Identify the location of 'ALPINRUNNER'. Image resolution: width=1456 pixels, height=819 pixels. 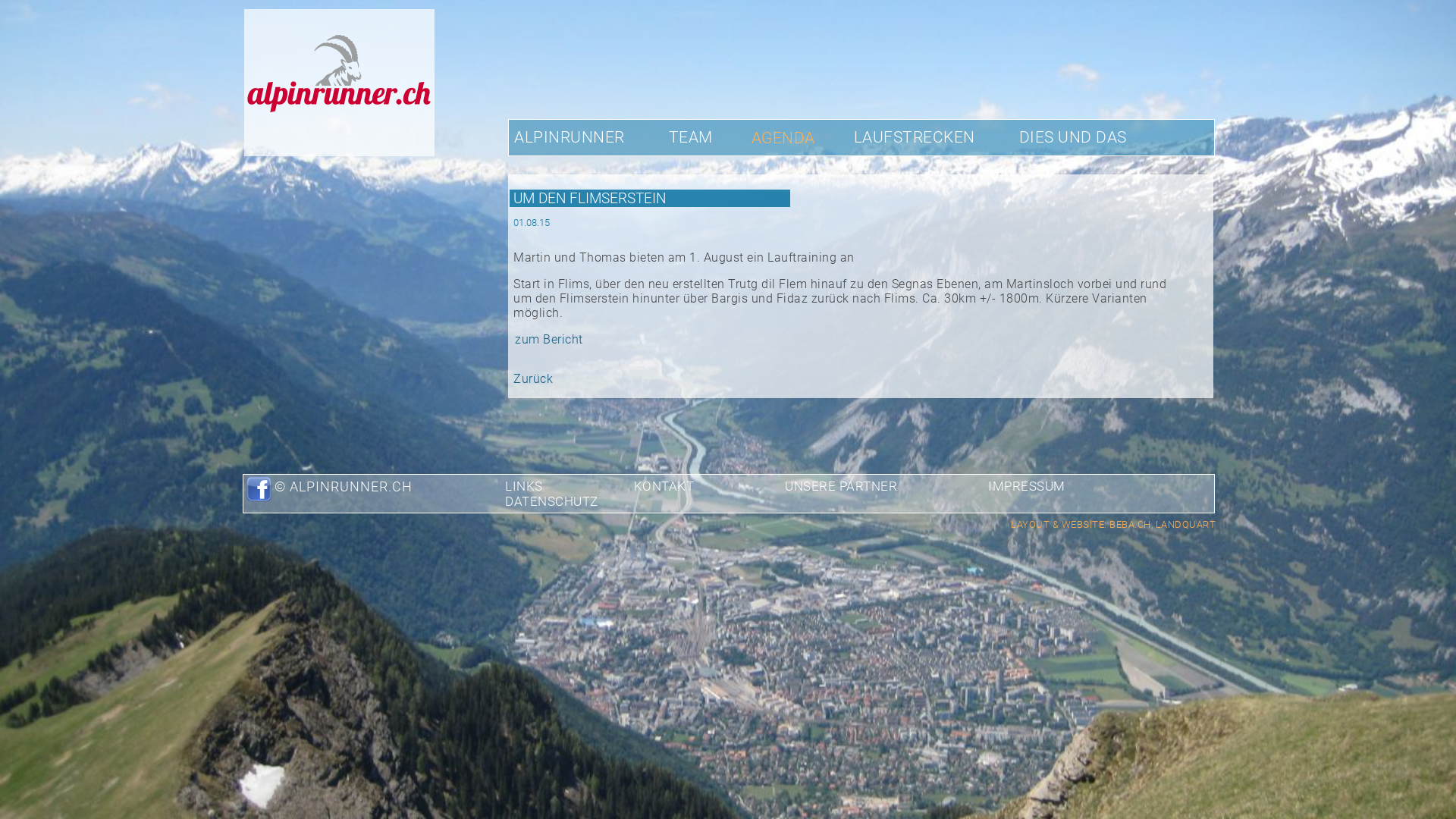
(568, 136).